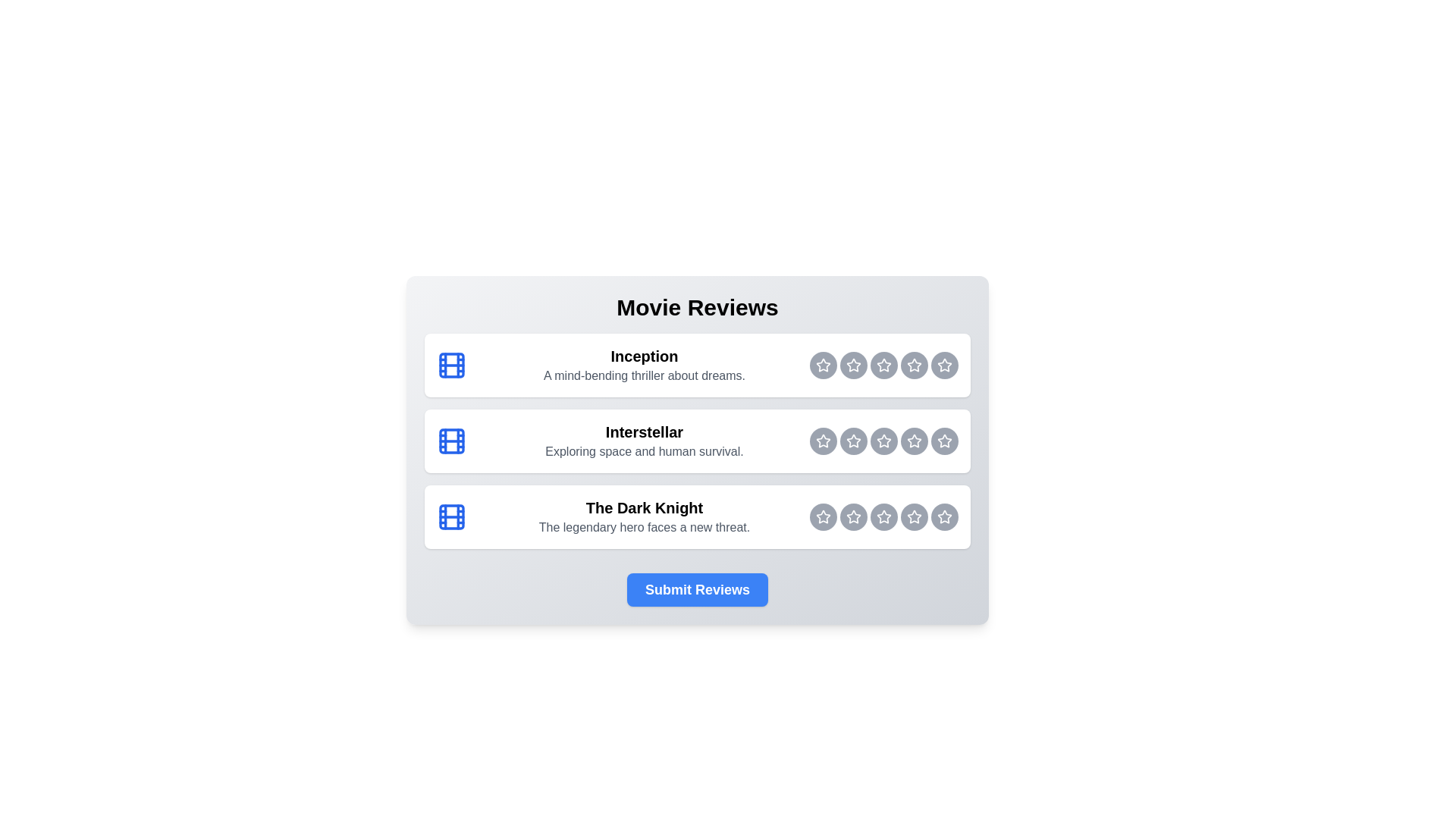 This screenshot has width=1456, height=819. Describe the element at coordinates (944, 366) in the screenshot. I see `the rating button for Inception at 5 stars` at that location.